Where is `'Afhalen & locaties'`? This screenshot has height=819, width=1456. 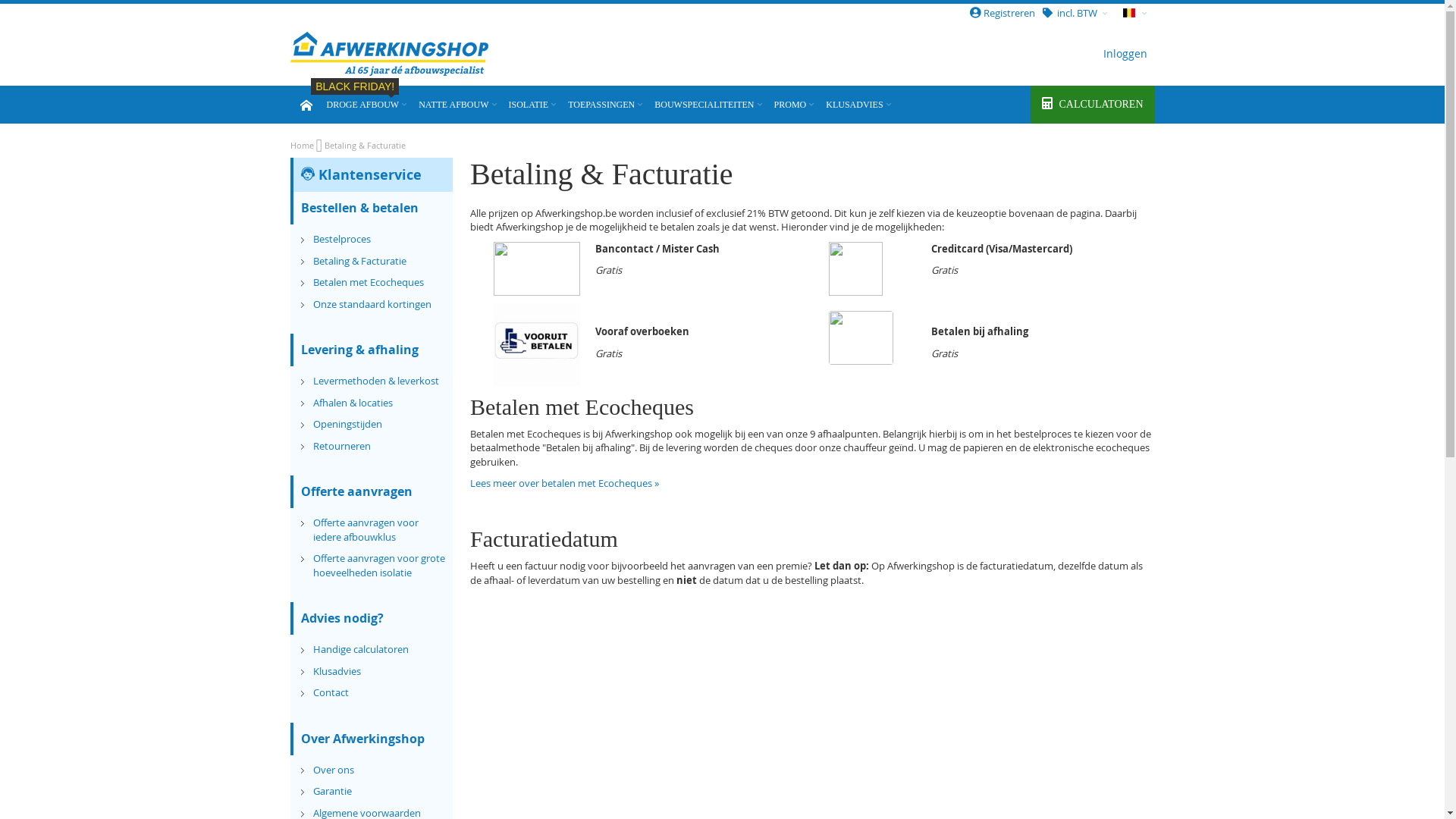
'Afhalen & locaties' is located at coordinates (351, 402).